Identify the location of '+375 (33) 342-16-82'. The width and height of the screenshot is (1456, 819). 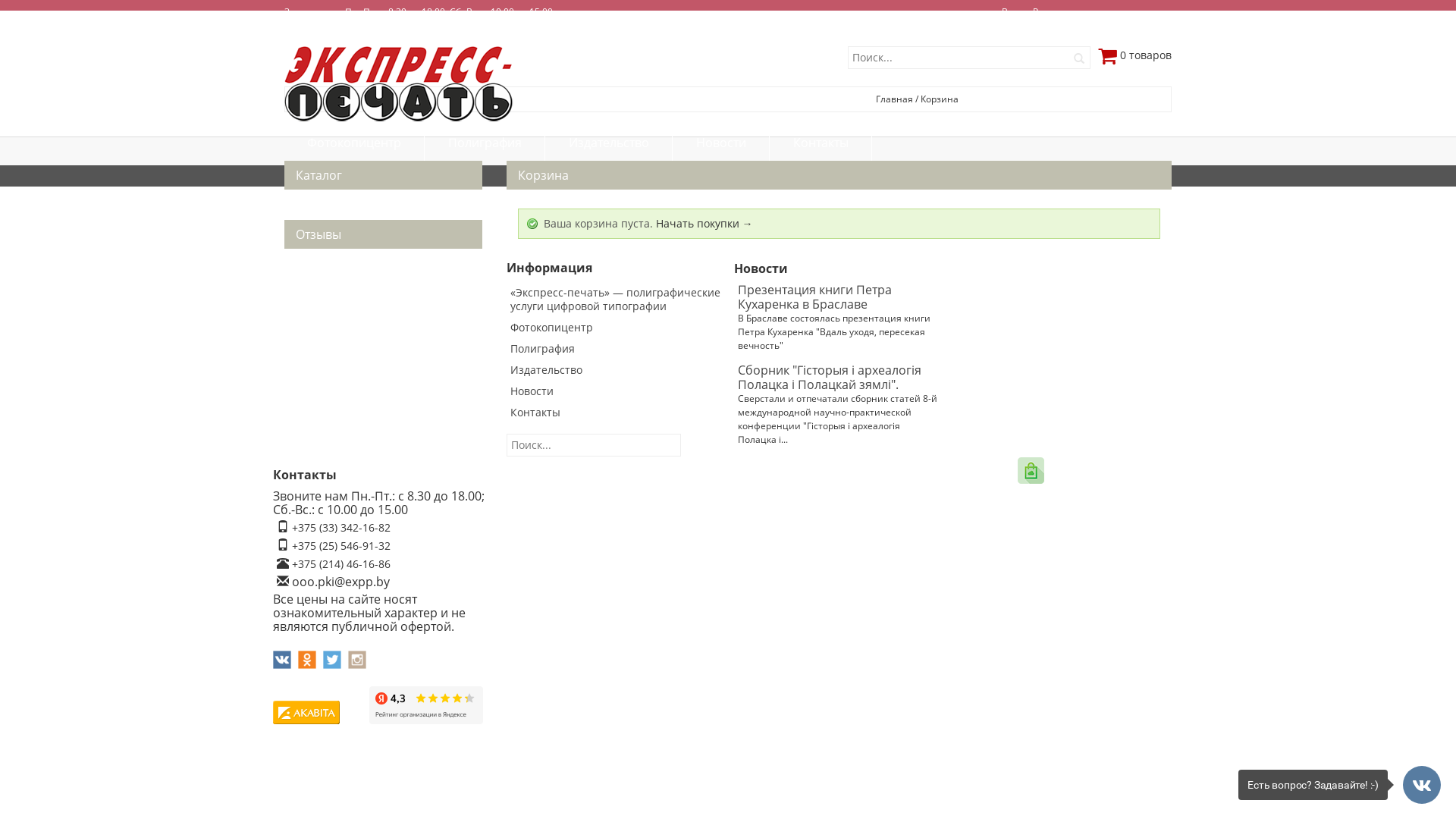
(340, 526).